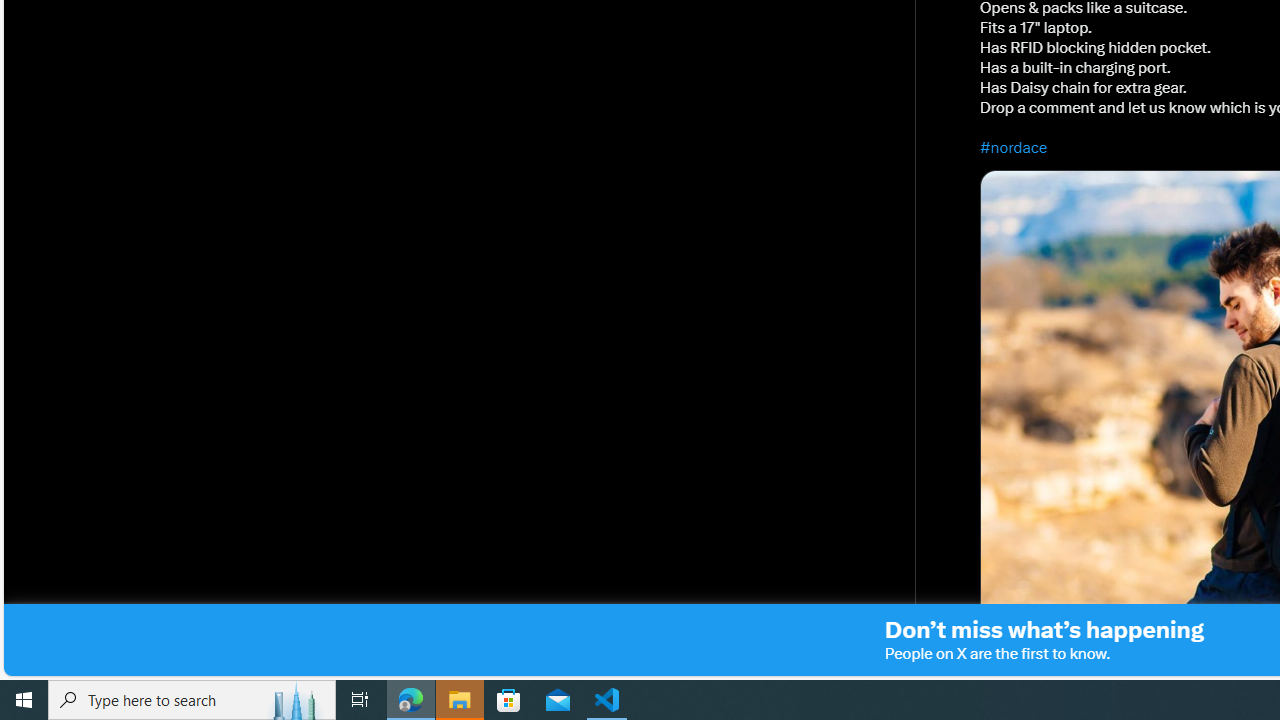  Describe the element at coordinates (1014, 146) in the screenshot. I see `'#nordace'` at that location.